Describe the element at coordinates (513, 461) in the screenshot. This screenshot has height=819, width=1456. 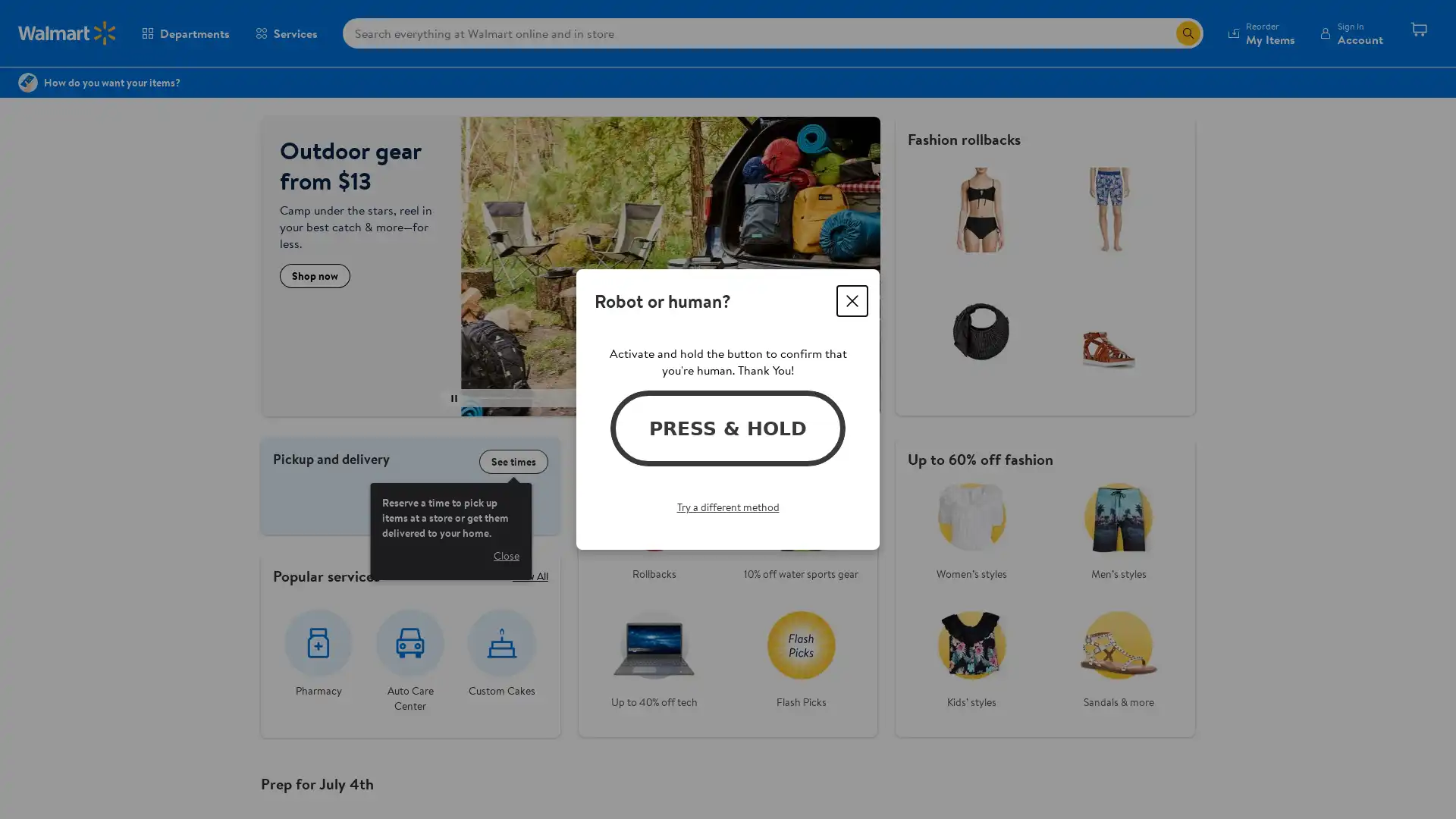
I see `See times for pickup and delivery Reserve a time to pick up items at a store or get them delivered to your home.` at that location.